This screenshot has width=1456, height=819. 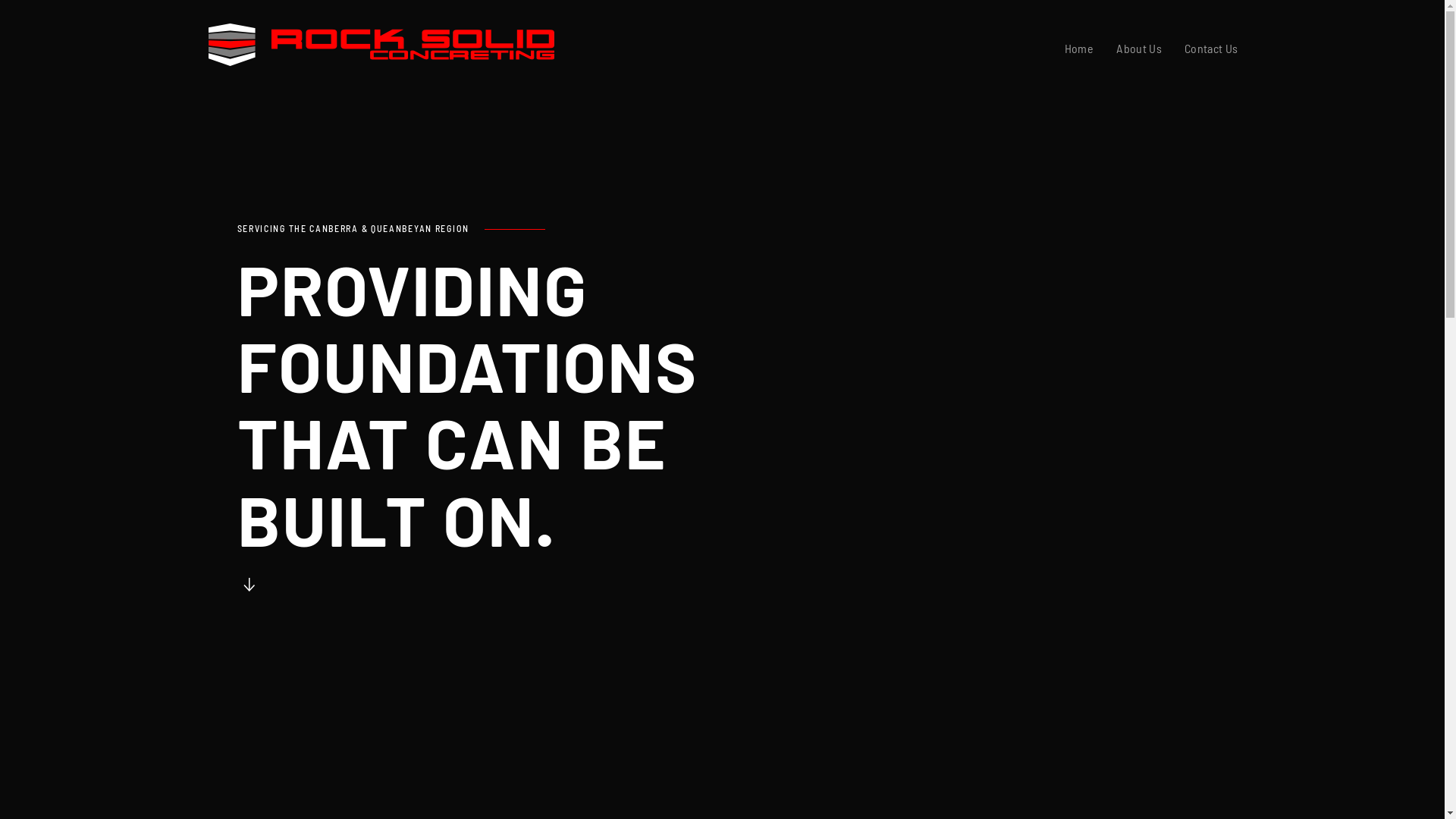 I want to click on 'About Us', so click(x=1139, y=48).